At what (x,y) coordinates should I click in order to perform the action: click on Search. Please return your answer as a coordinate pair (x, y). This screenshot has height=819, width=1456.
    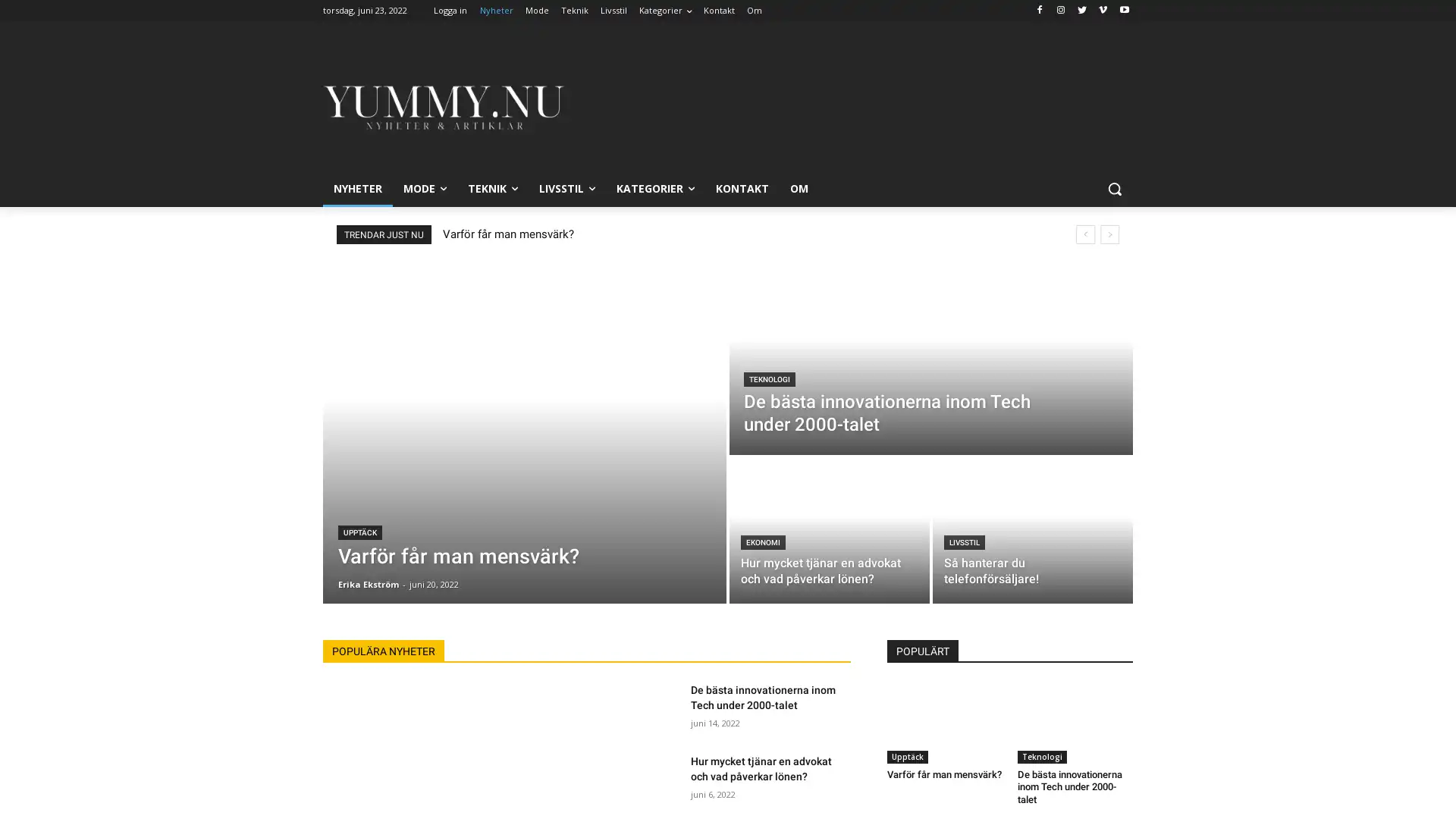
    Looking at the image, I should click on (1114, 188).